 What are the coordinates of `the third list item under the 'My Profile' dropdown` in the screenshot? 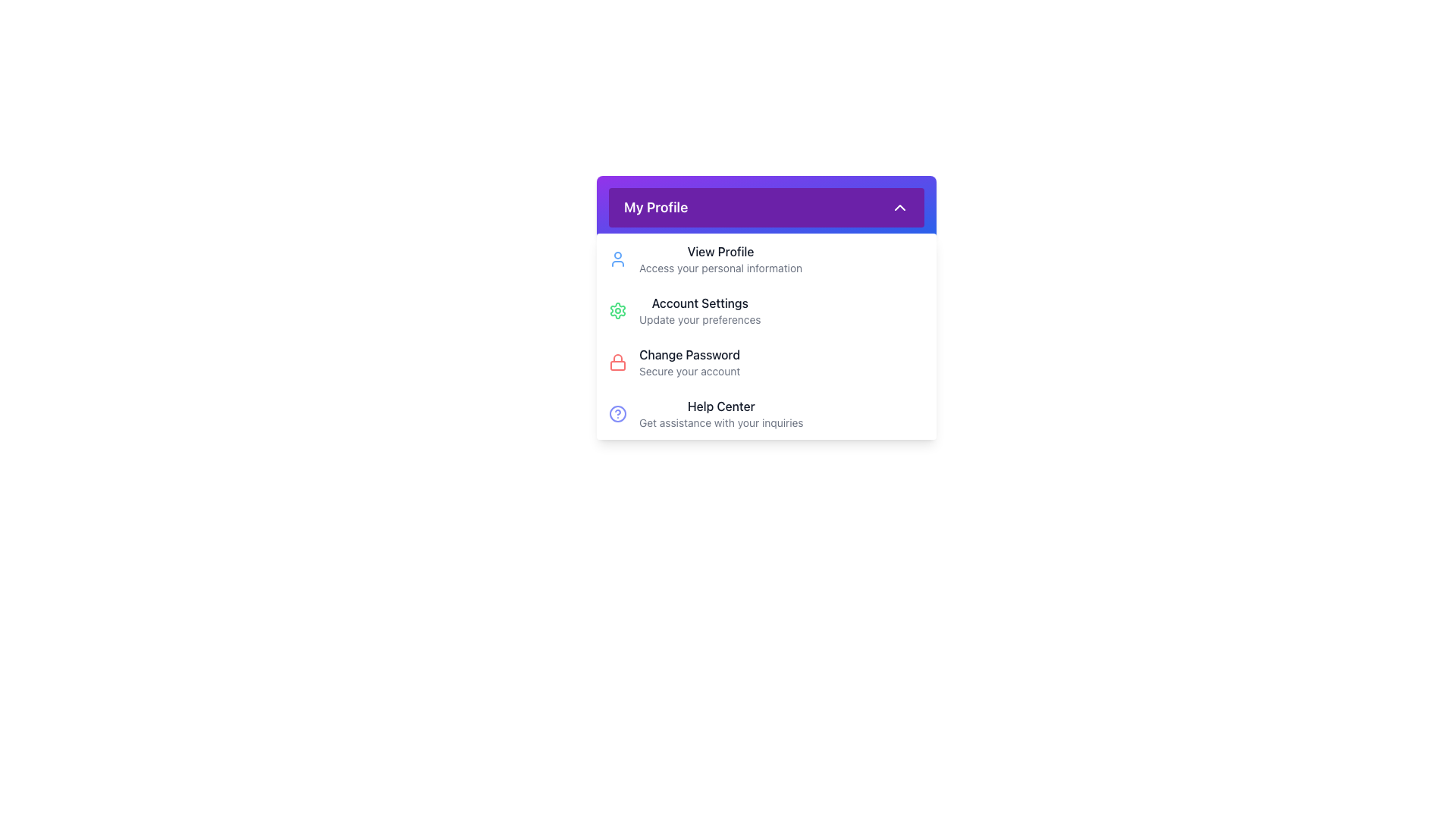 It's located at (767, 362).